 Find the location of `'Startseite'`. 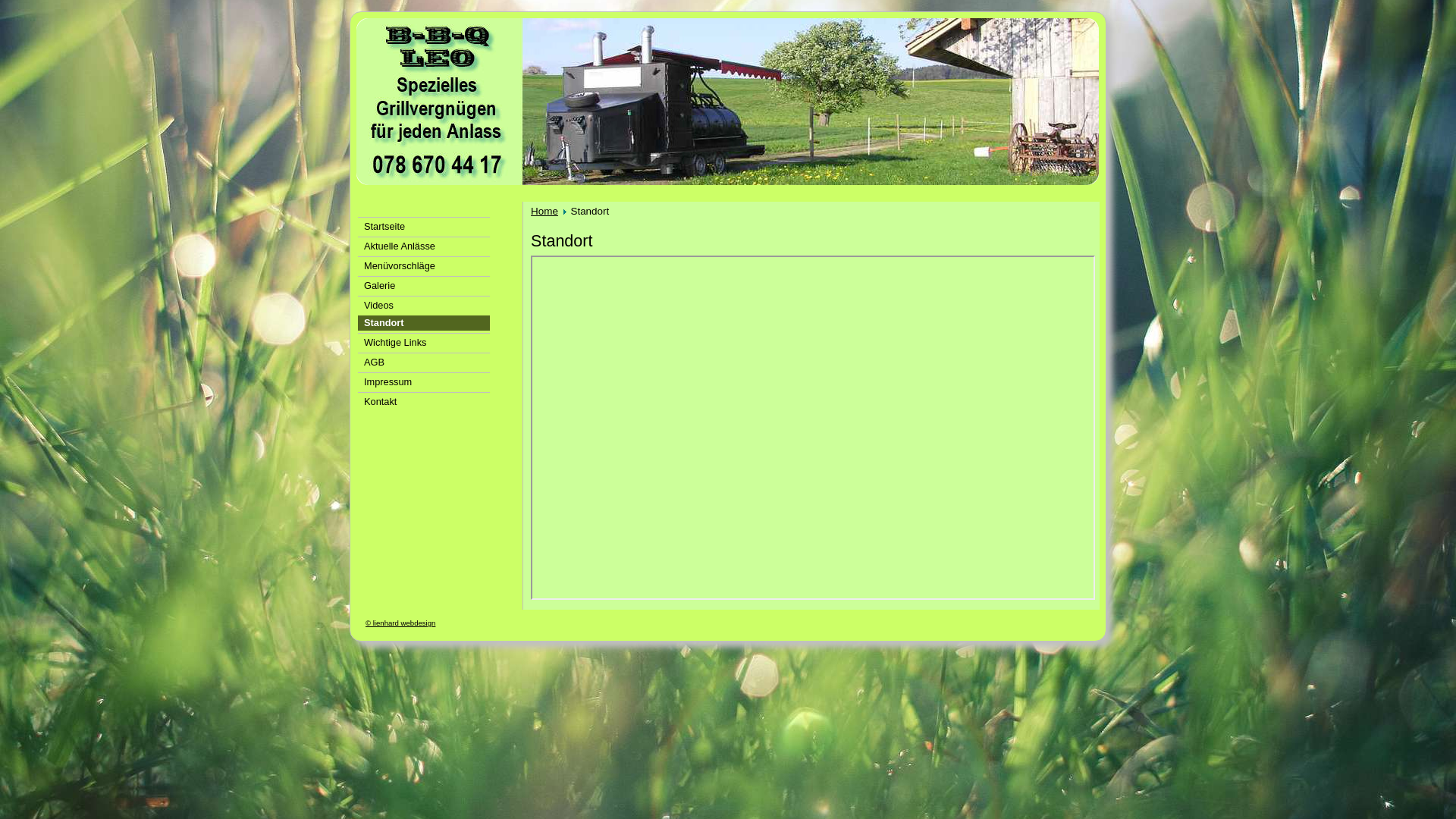

'Startseite' is located at coordinates (423, 225).